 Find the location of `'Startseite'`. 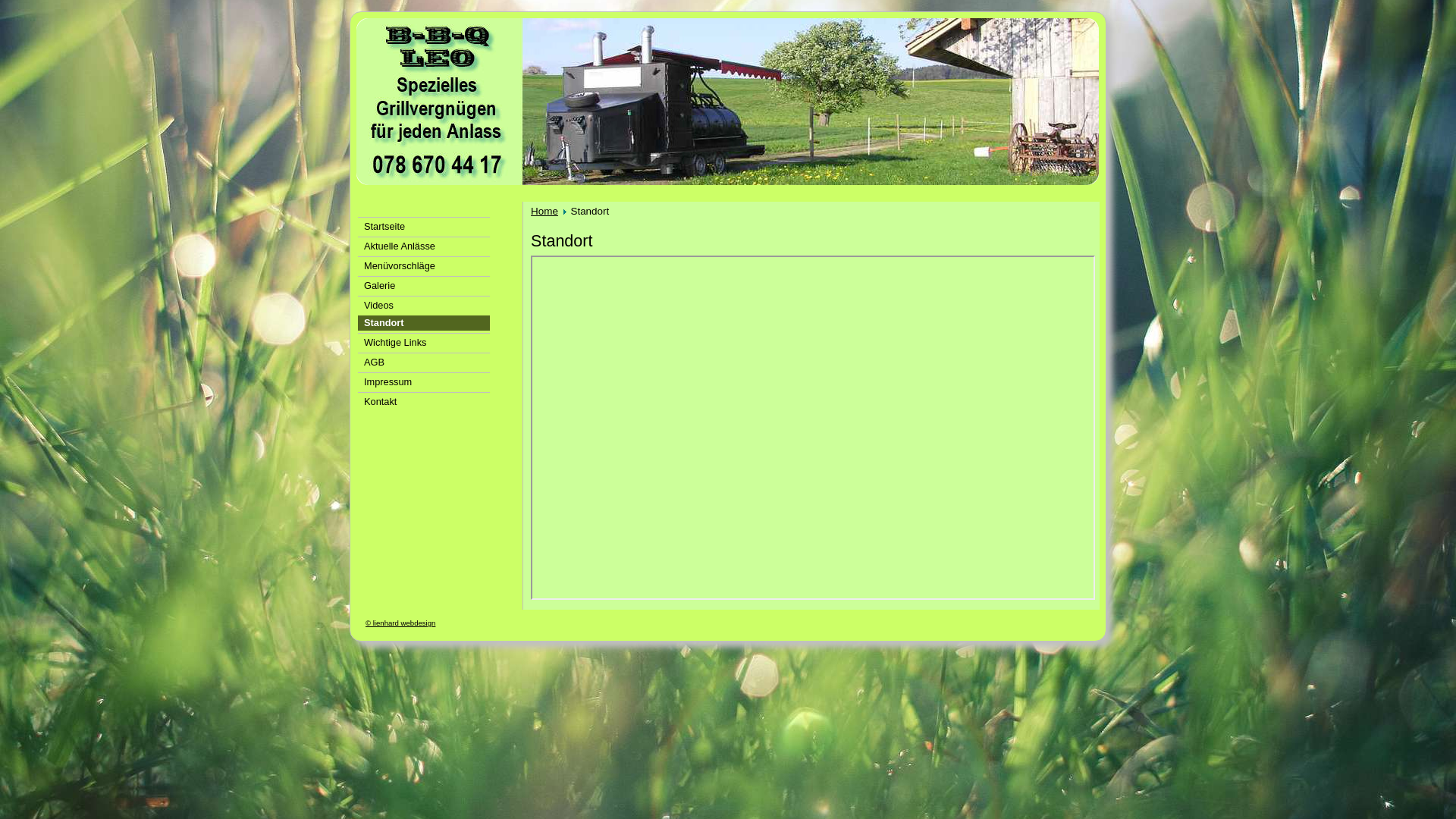

'Startseite' is located at coordinates (423, 225).